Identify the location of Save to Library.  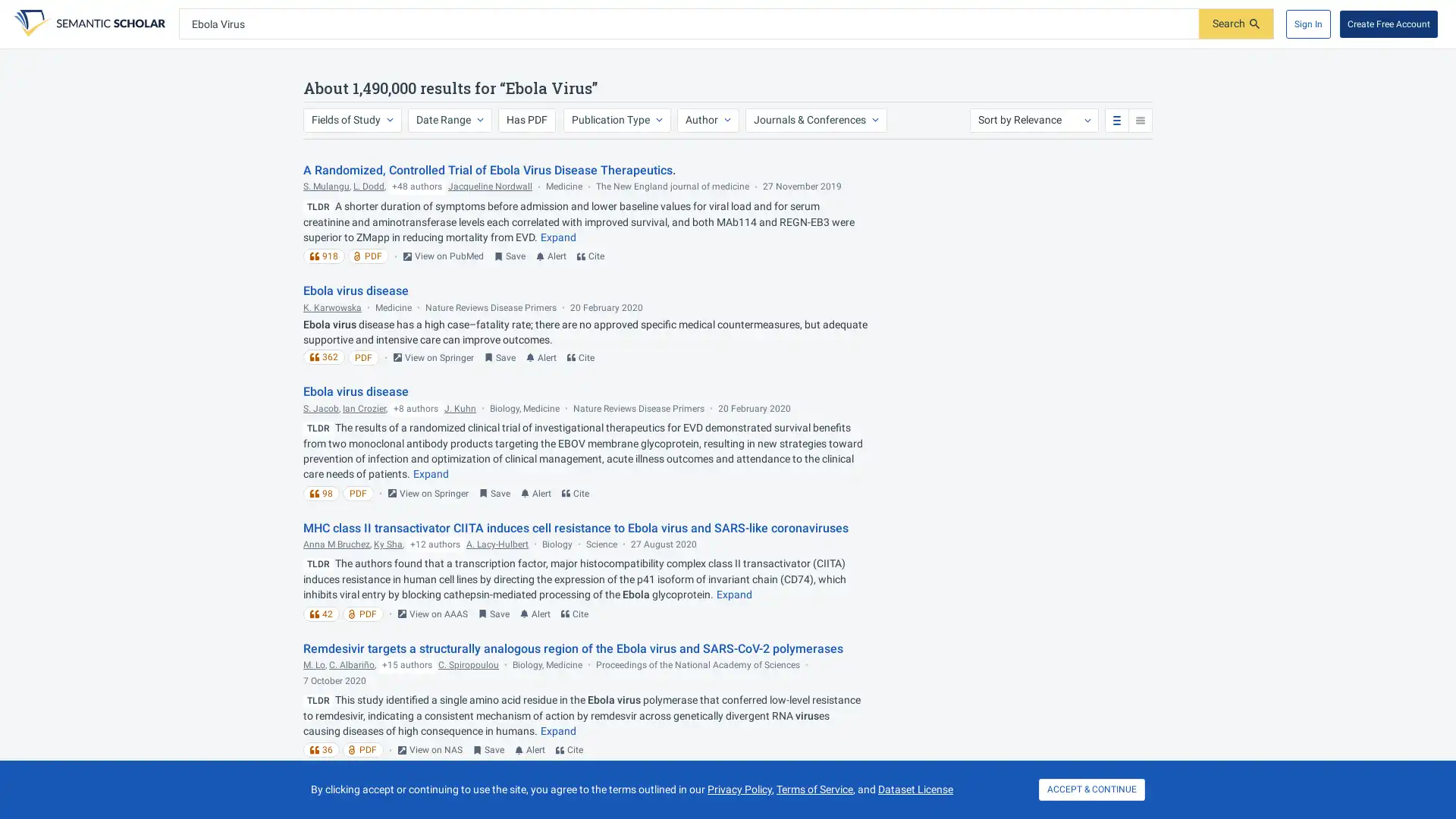
(494, 613).